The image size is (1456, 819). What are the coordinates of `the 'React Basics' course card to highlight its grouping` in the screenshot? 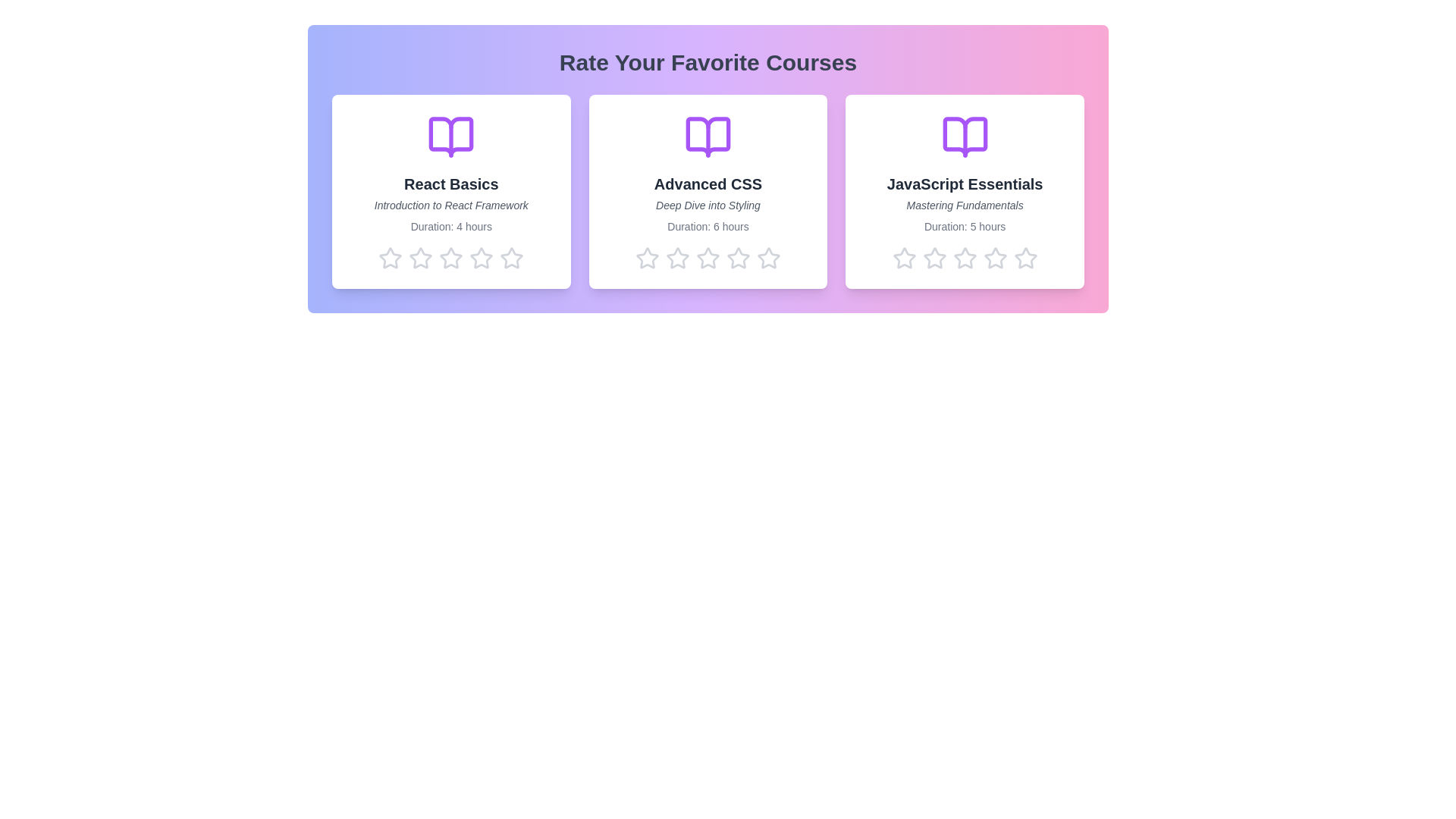 It's located at (450, 191).